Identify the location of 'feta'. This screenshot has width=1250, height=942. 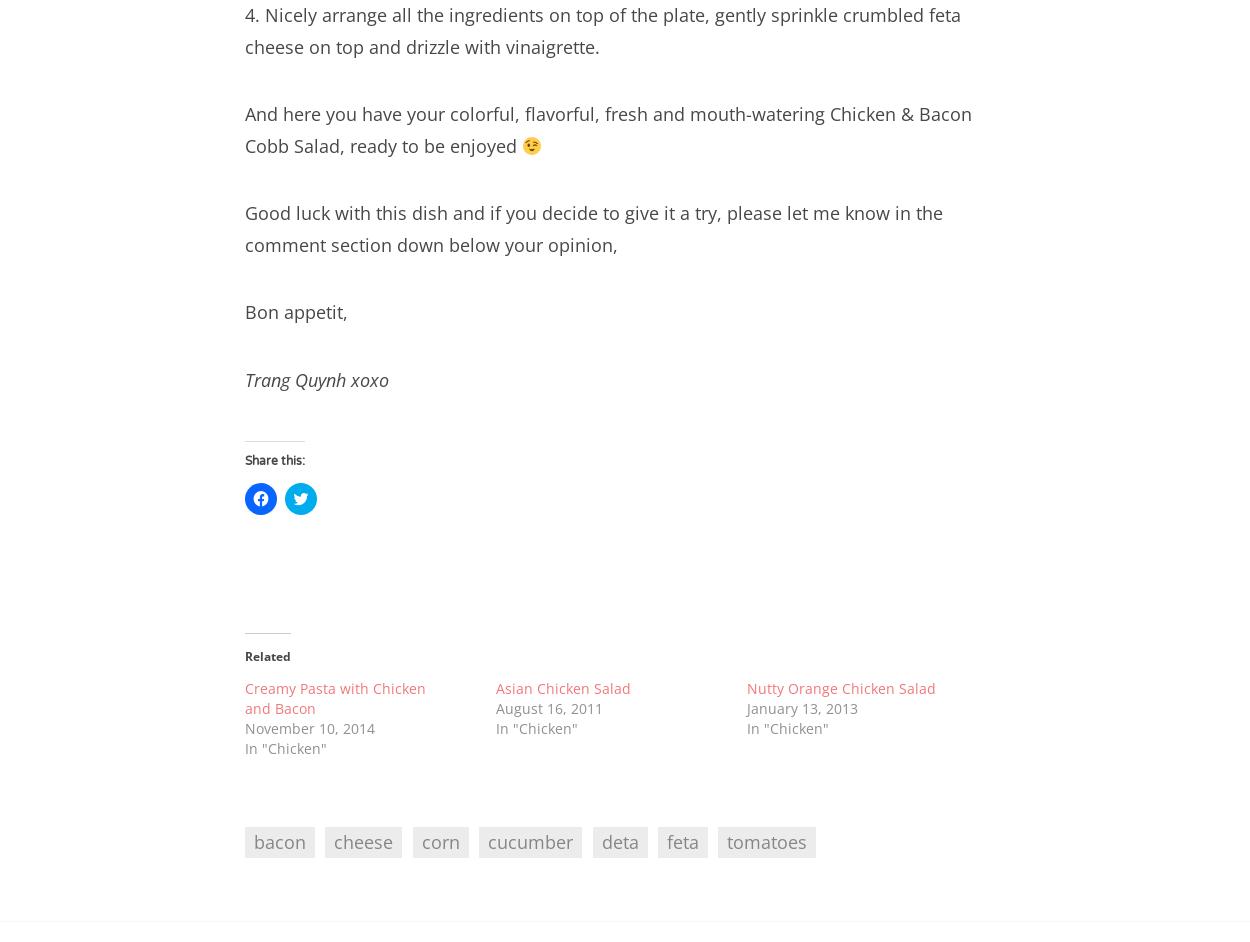
(682, 840).